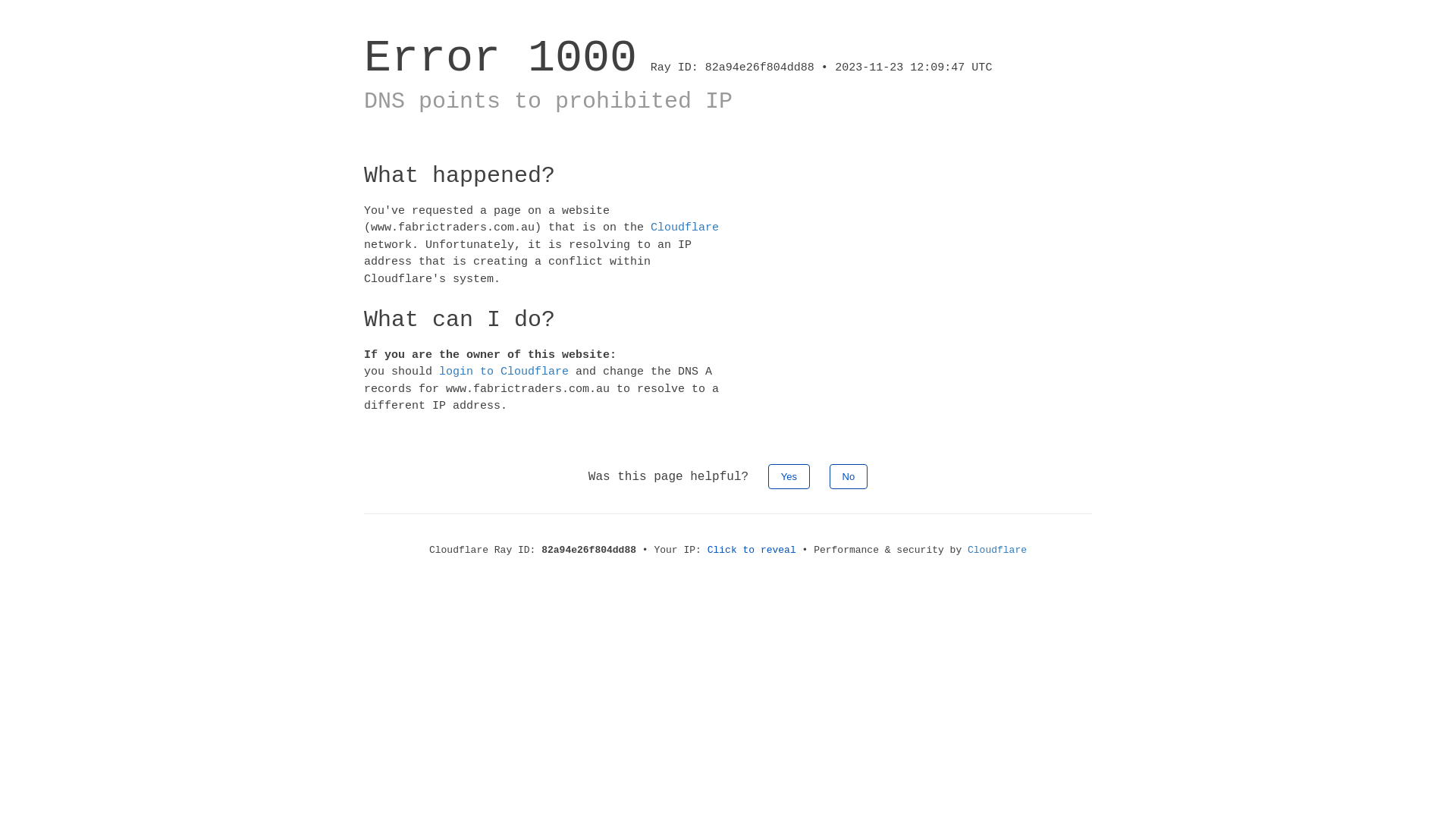 This screenshot has width=1456, height=819. What do you see at coordinates (504, 372) in the screenshot?
I see `'login to Cloudflare'` at bounding box center [504, 372].